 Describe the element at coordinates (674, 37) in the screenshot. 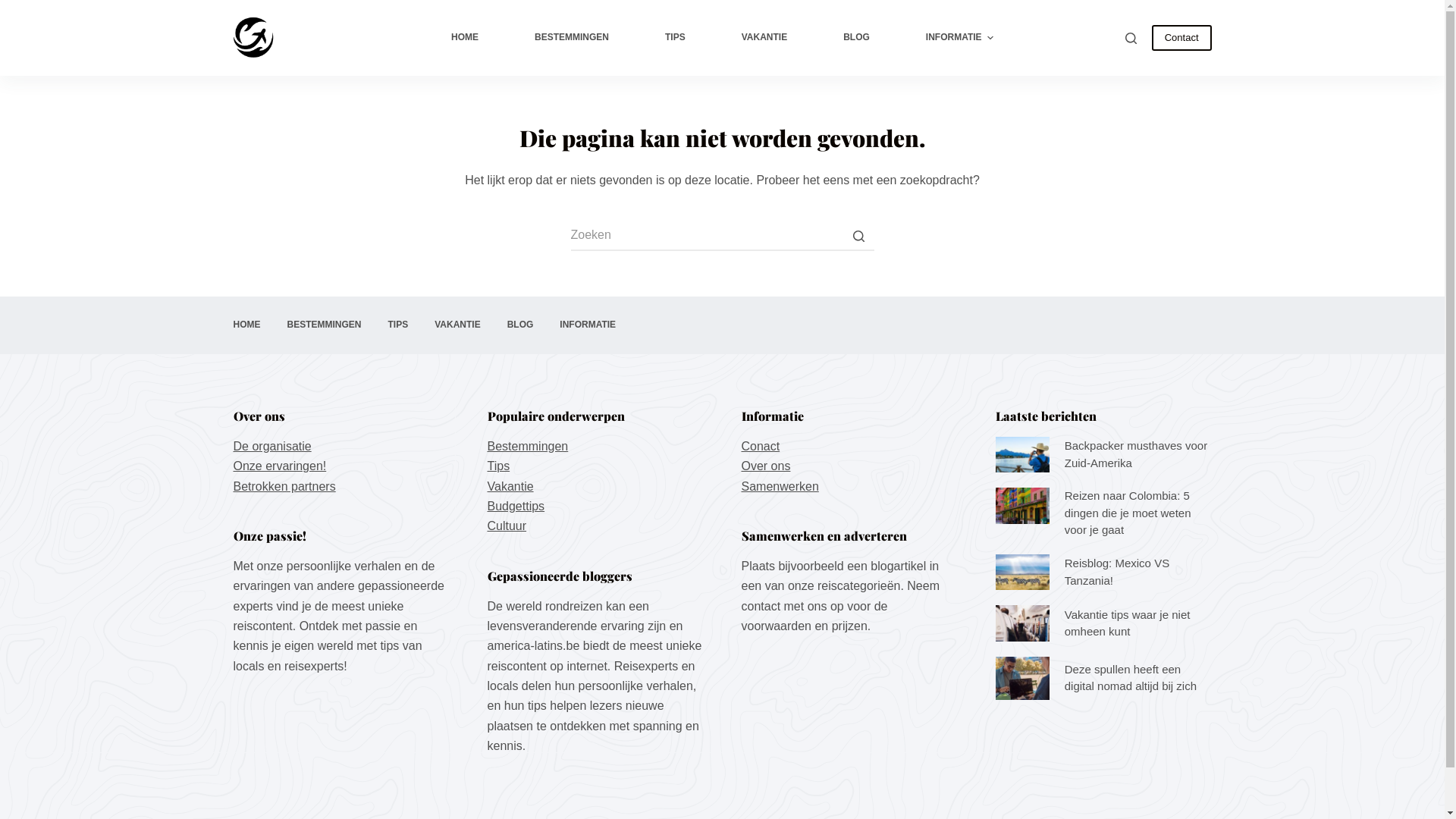

I see `'TIPS'` at that location.